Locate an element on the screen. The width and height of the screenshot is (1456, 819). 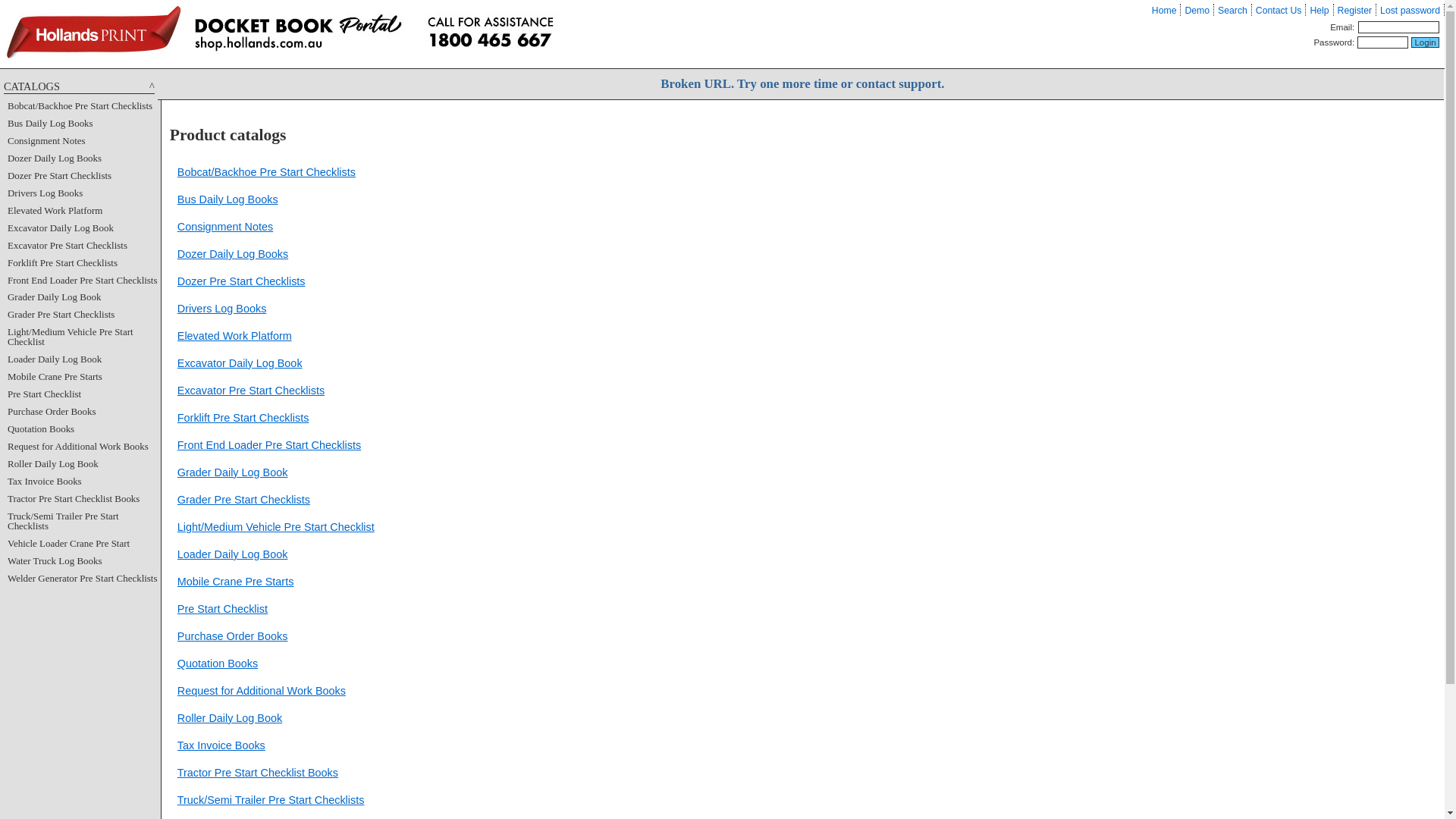
'Loader Daily Log Book' is located at coordinates (232, 554).